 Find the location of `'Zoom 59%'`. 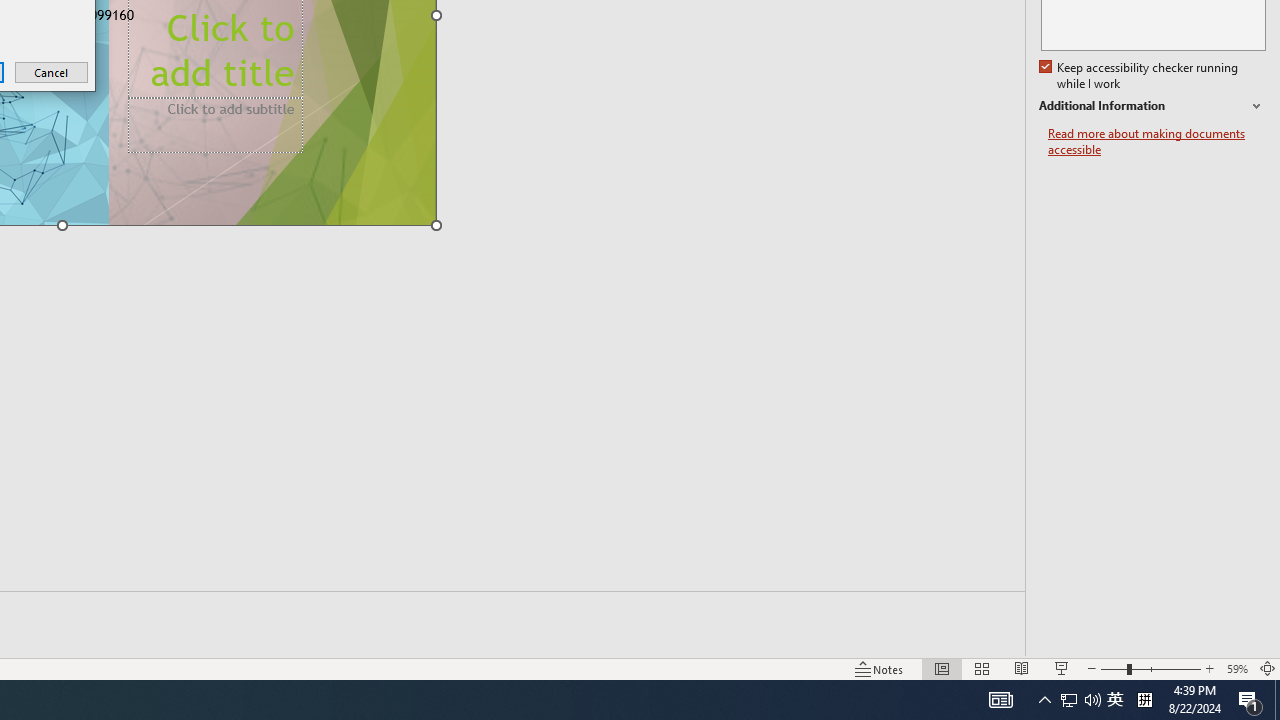

'Zoom 59%' is located at coordinates (1236, 669).